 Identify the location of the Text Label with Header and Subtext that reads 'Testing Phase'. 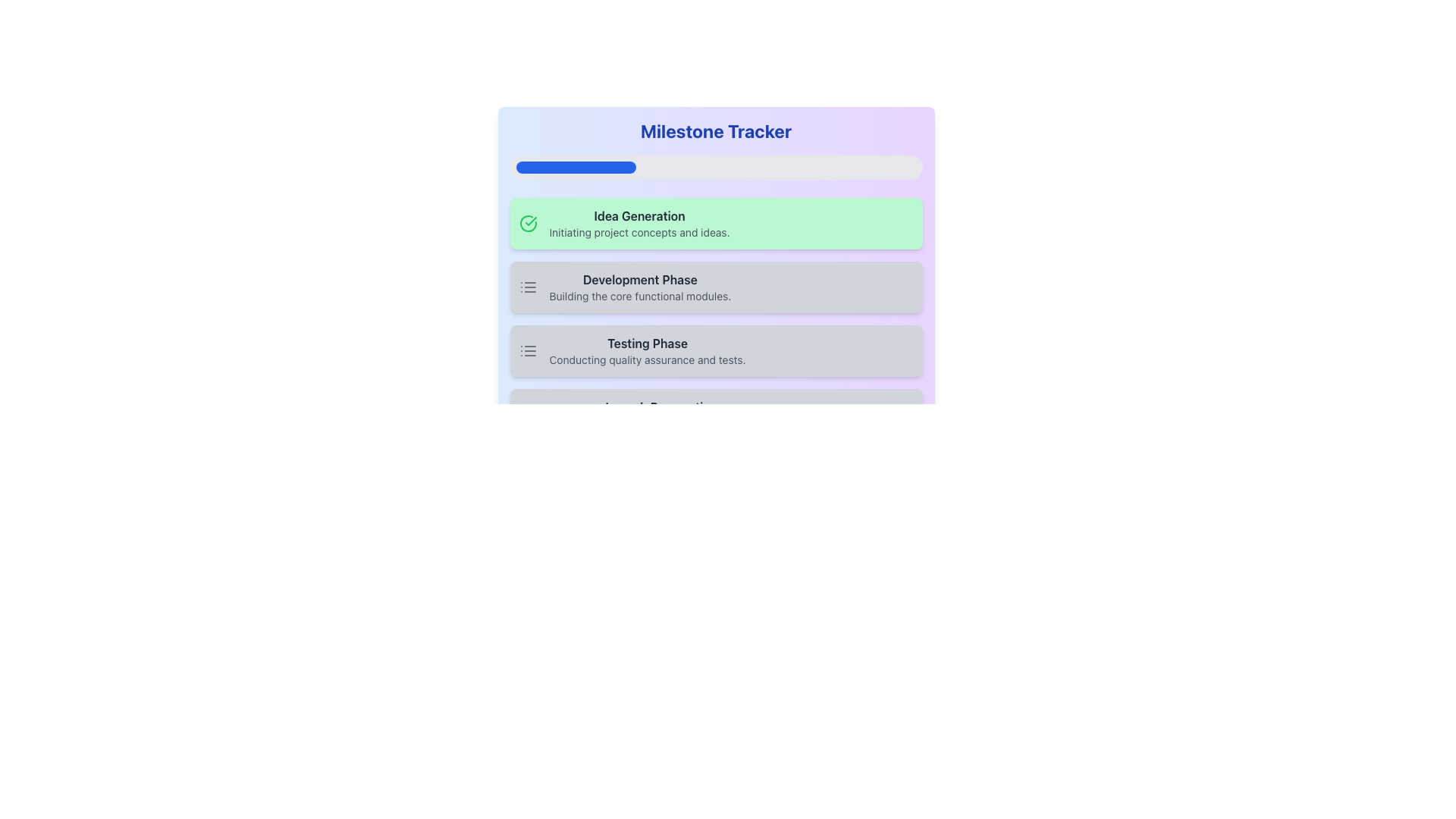
(648, 350).